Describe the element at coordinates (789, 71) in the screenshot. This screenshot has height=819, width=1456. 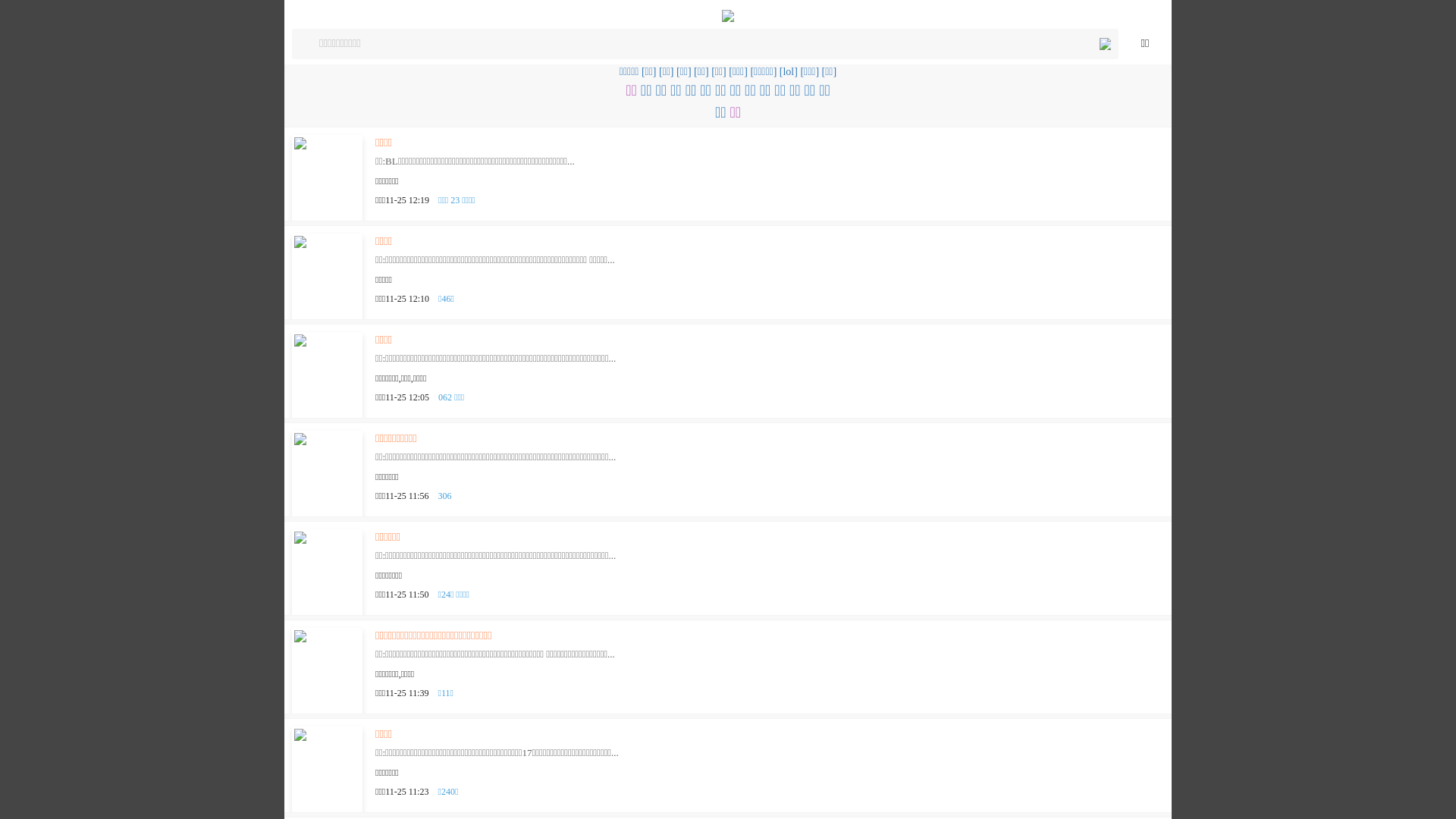
I see `'[lol]'` at that location.